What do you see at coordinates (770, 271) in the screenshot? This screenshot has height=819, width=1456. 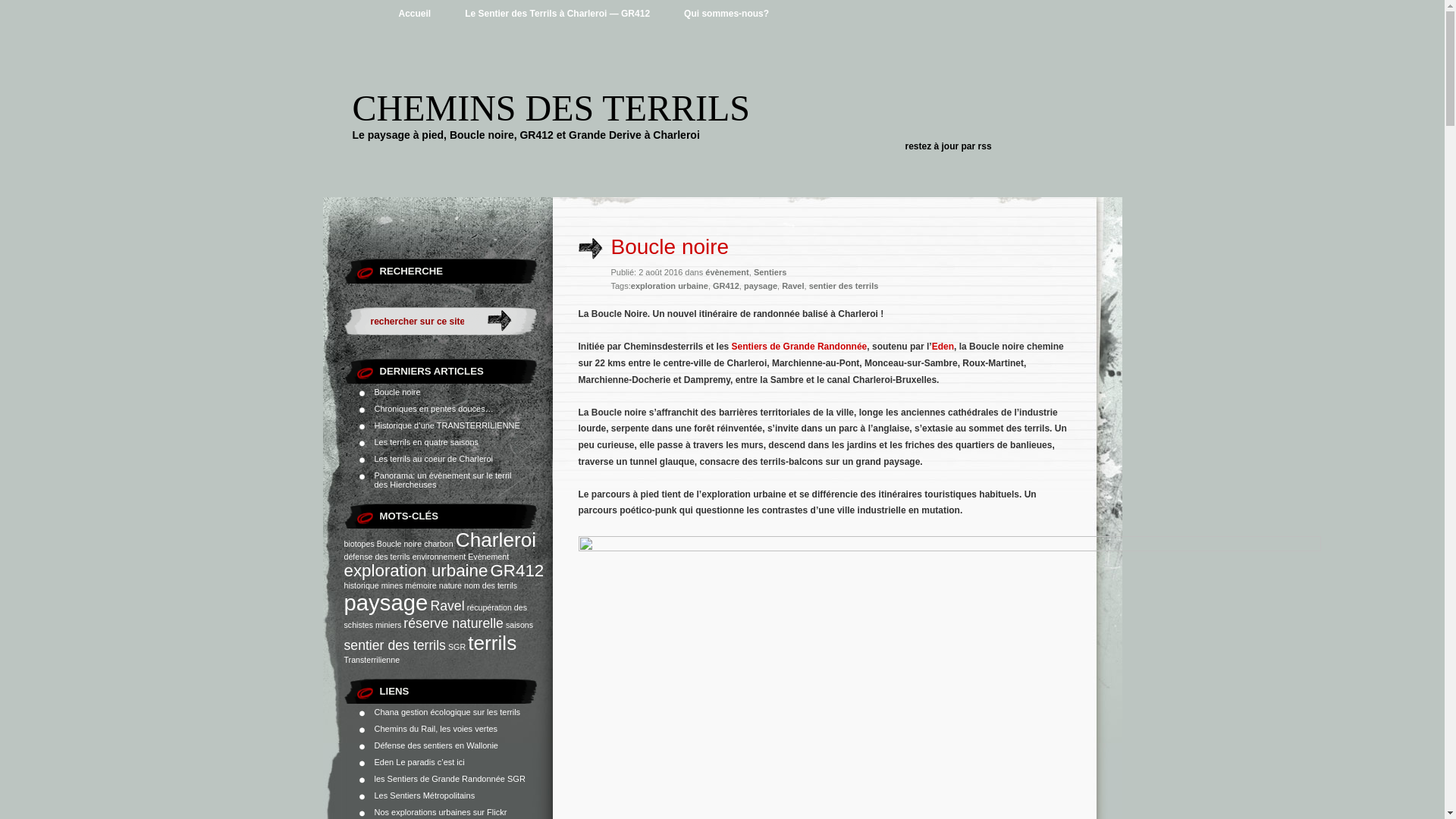 I see `'Sentiers'` at bounding box center [770, 271].